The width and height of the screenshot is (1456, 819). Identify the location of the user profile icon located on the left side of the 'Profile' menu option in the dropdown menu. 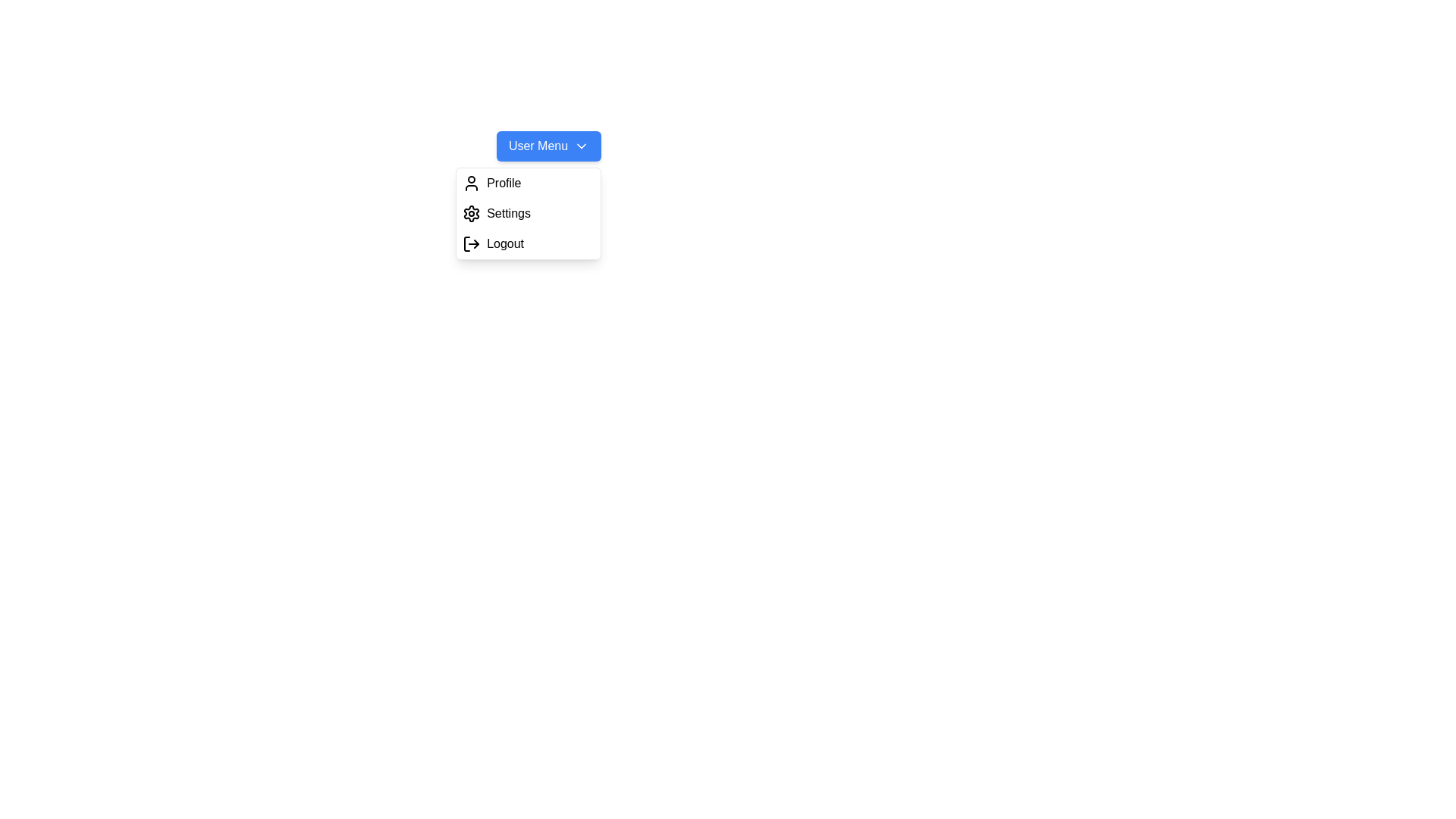
(471, 183).